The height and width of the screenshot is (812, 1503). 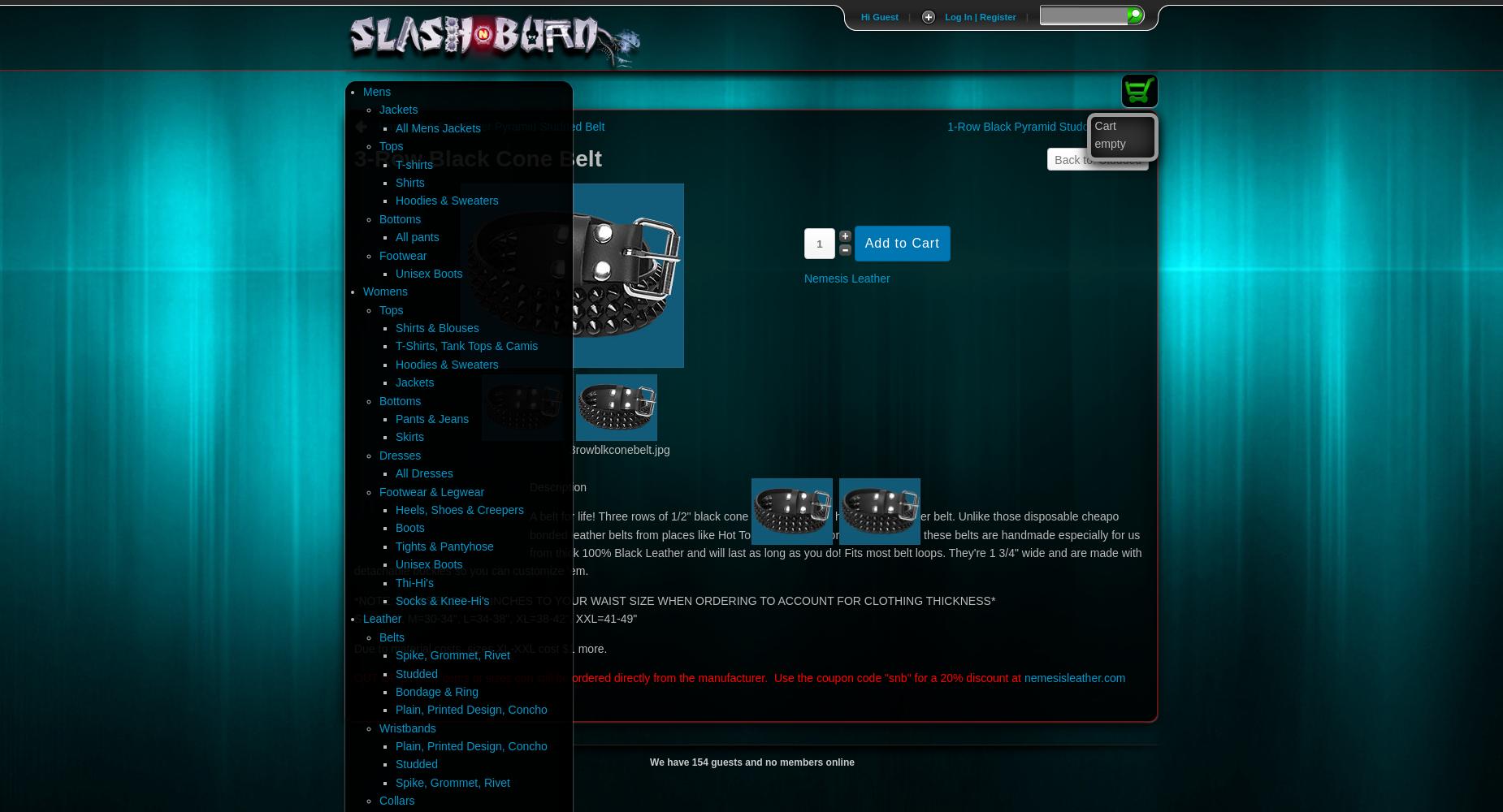 What do you see at coordinates (495, 619) in the screenshot?
I see `'S=27-32", M=30-34", L=34-38", XL=38-42", XXL=41-49"'` at bounding box center [495, 619].